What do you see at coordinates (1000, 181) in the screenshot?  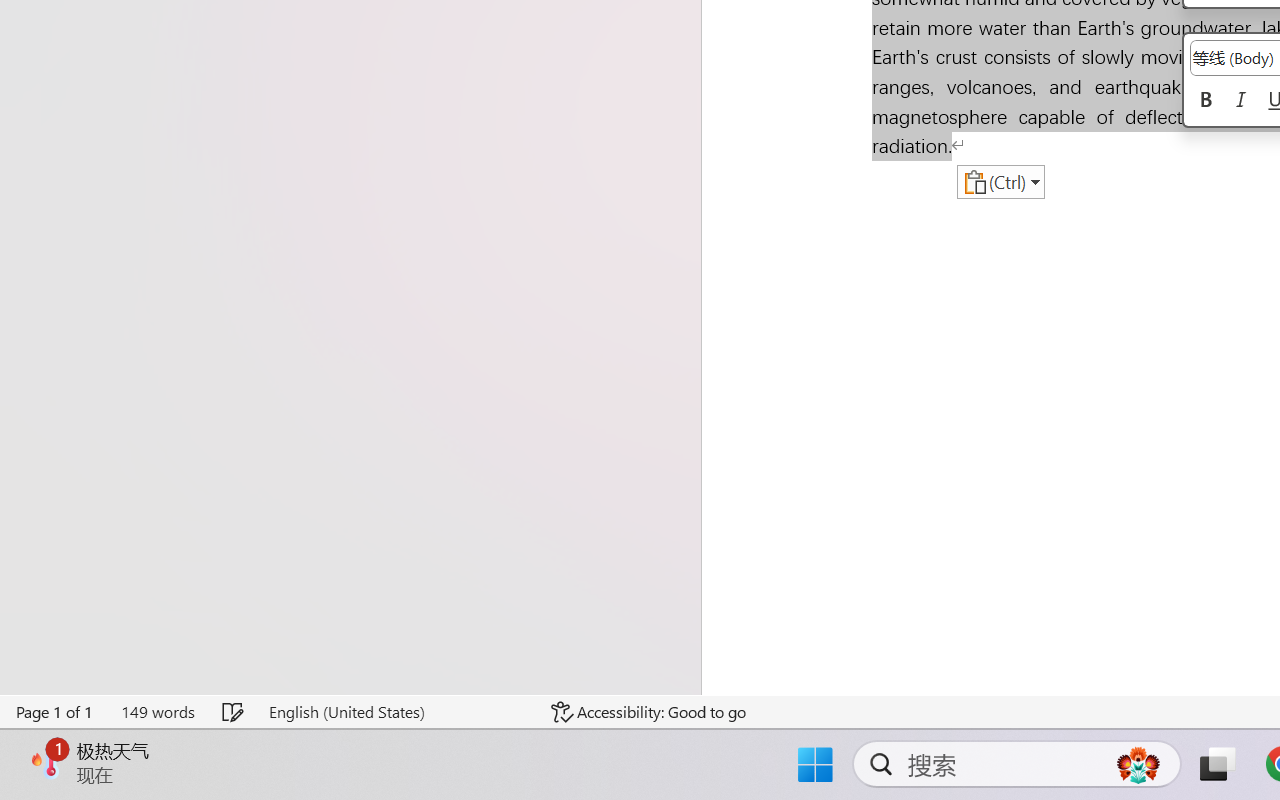 I see `'Action: Paste alternatives'` at bounding box center [1000, 181].